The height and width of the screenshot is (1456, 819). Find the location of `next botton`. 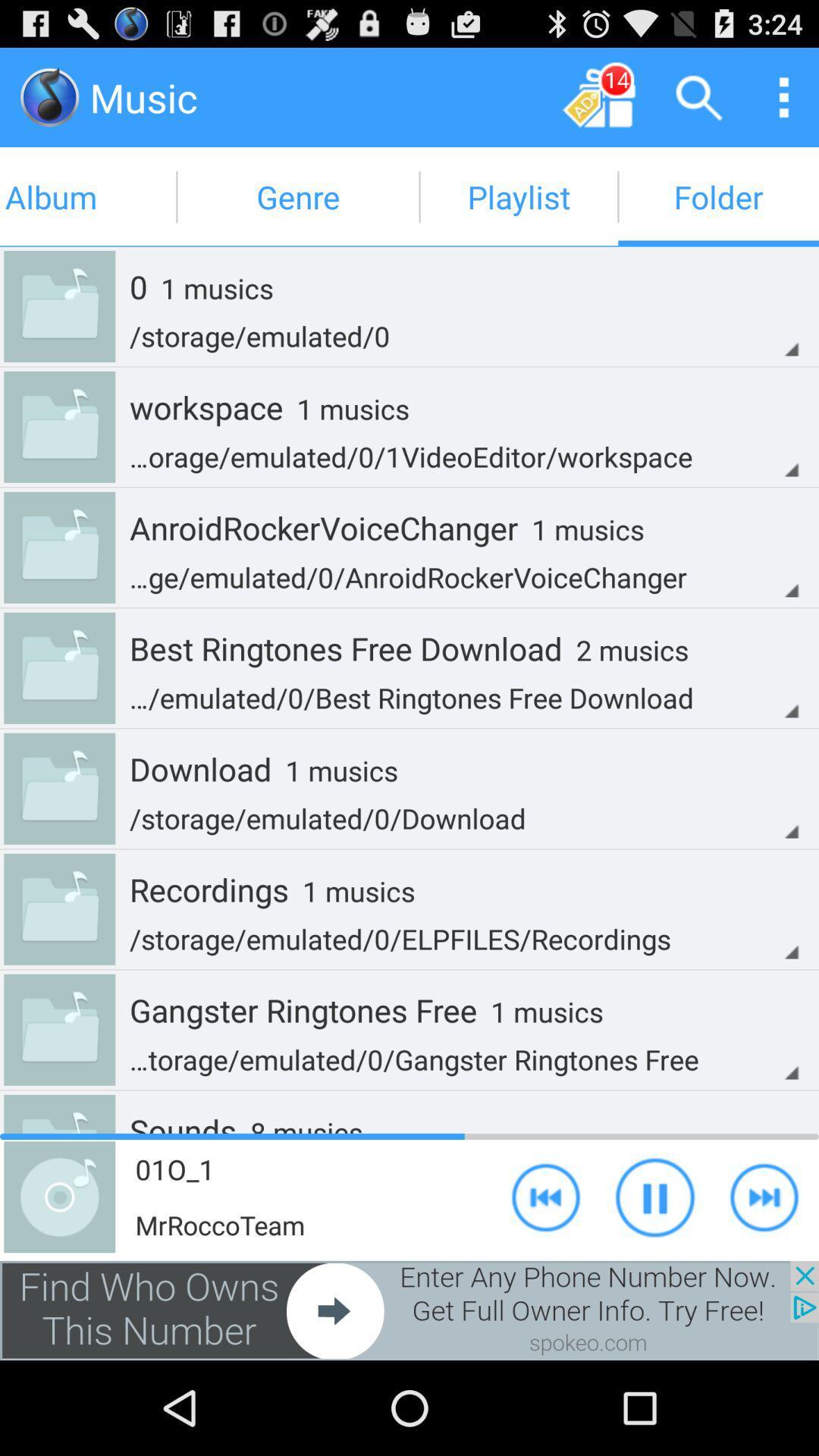

next botton is located at coordinates (764, 1196).